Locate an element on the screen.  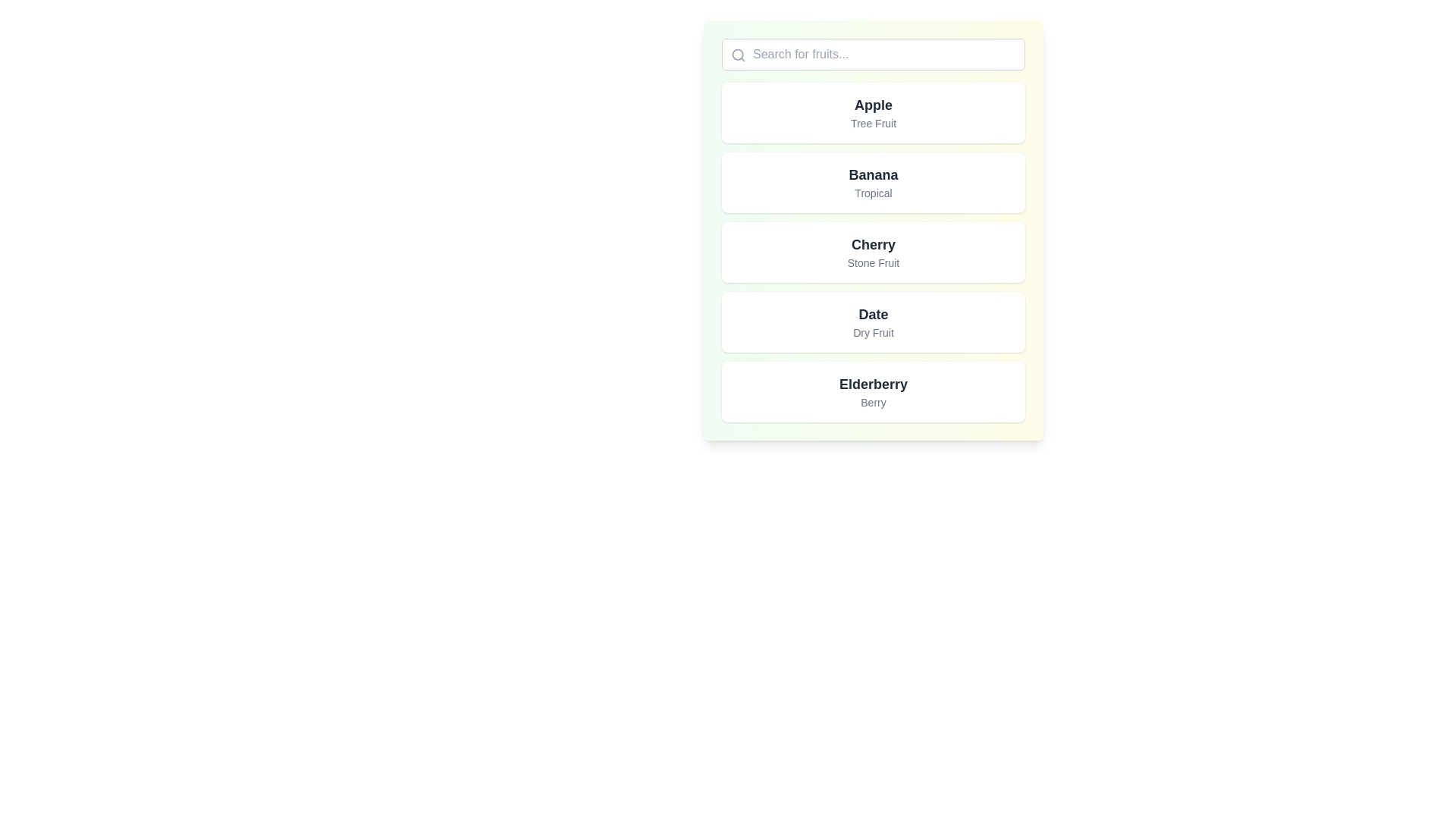
the text label element that identifies the item 'Banana', which is positioned above the sibling text 'Tropical' in the vertical list of items is located at coordinates (874, 174).